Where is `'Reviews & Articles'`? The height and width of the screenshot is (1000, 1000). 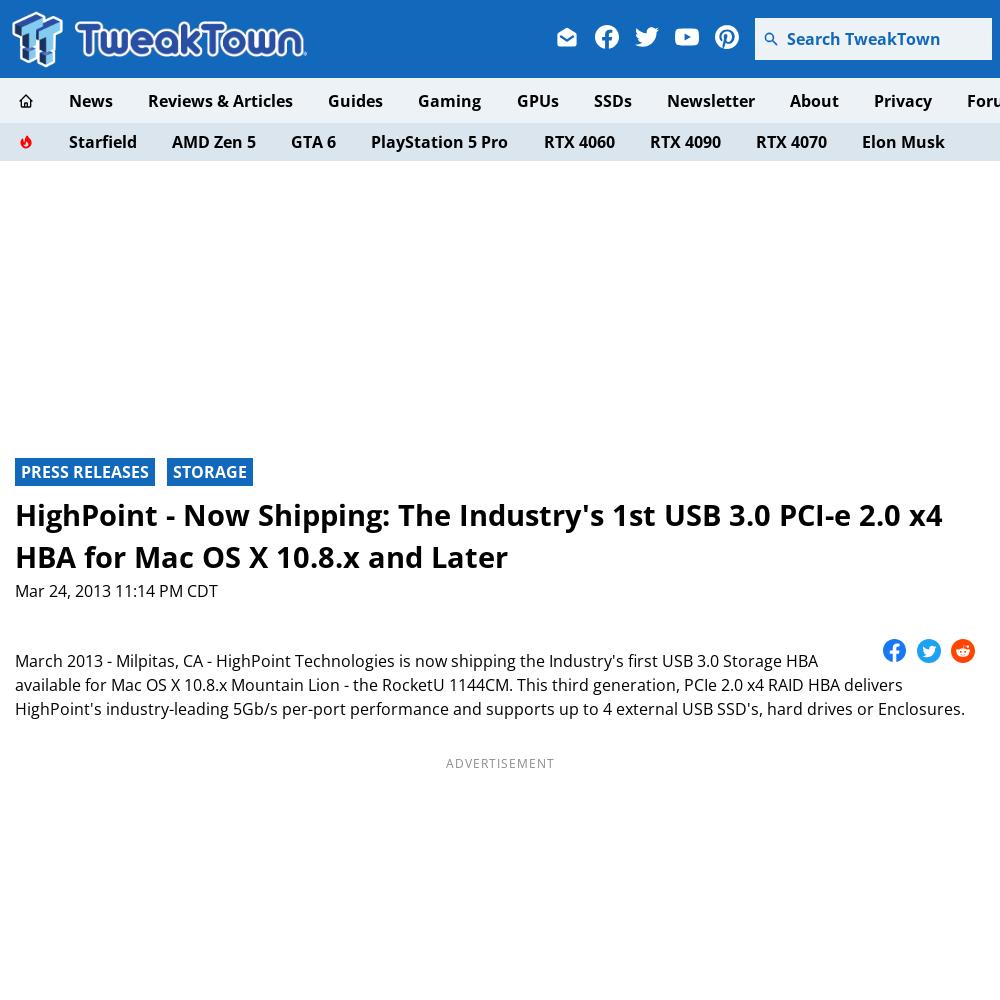 'Reviews & Articles' is located at coordinates (218, 100).